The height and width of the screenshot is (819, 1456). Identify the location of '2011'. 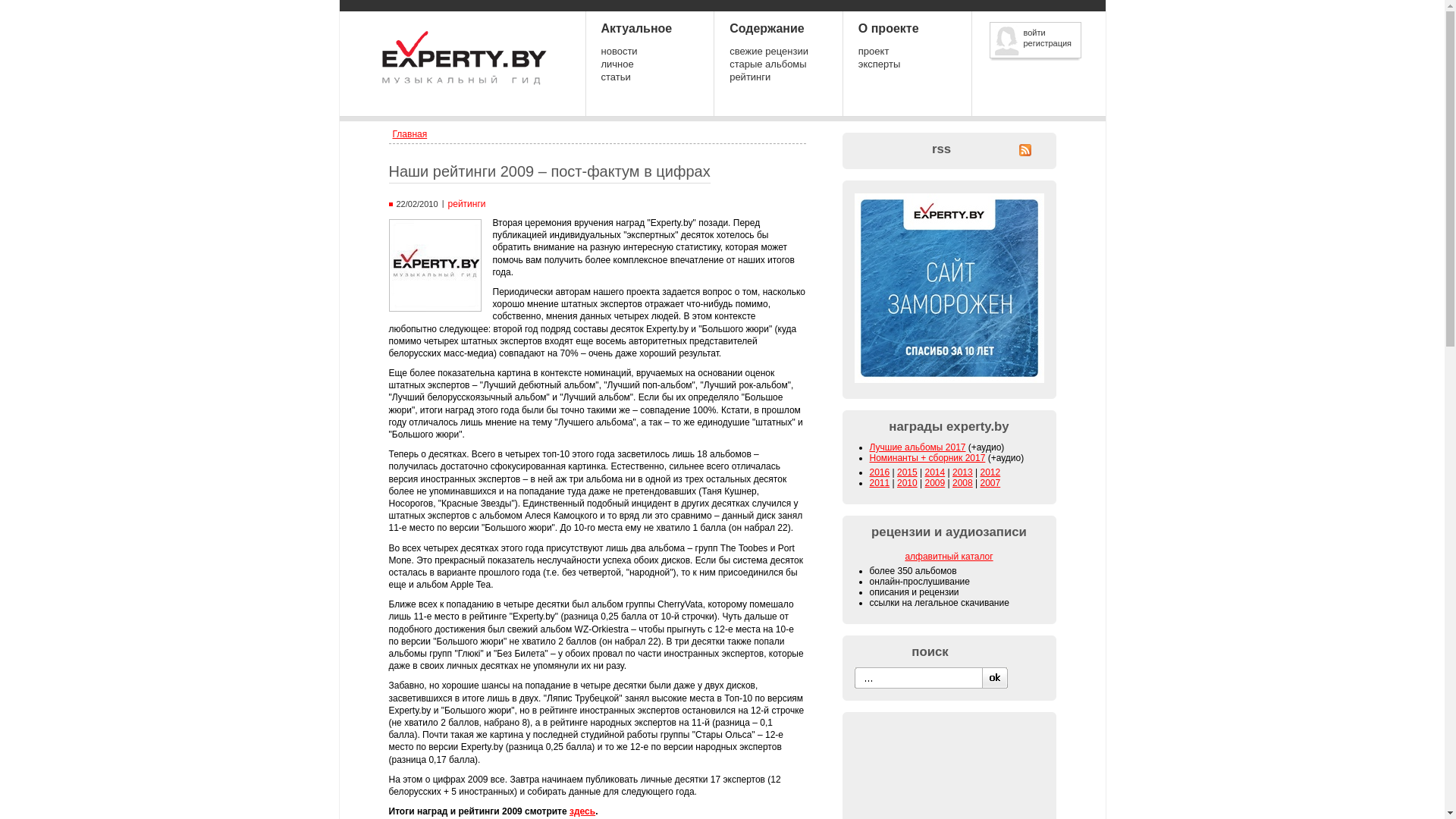
(869, 482).